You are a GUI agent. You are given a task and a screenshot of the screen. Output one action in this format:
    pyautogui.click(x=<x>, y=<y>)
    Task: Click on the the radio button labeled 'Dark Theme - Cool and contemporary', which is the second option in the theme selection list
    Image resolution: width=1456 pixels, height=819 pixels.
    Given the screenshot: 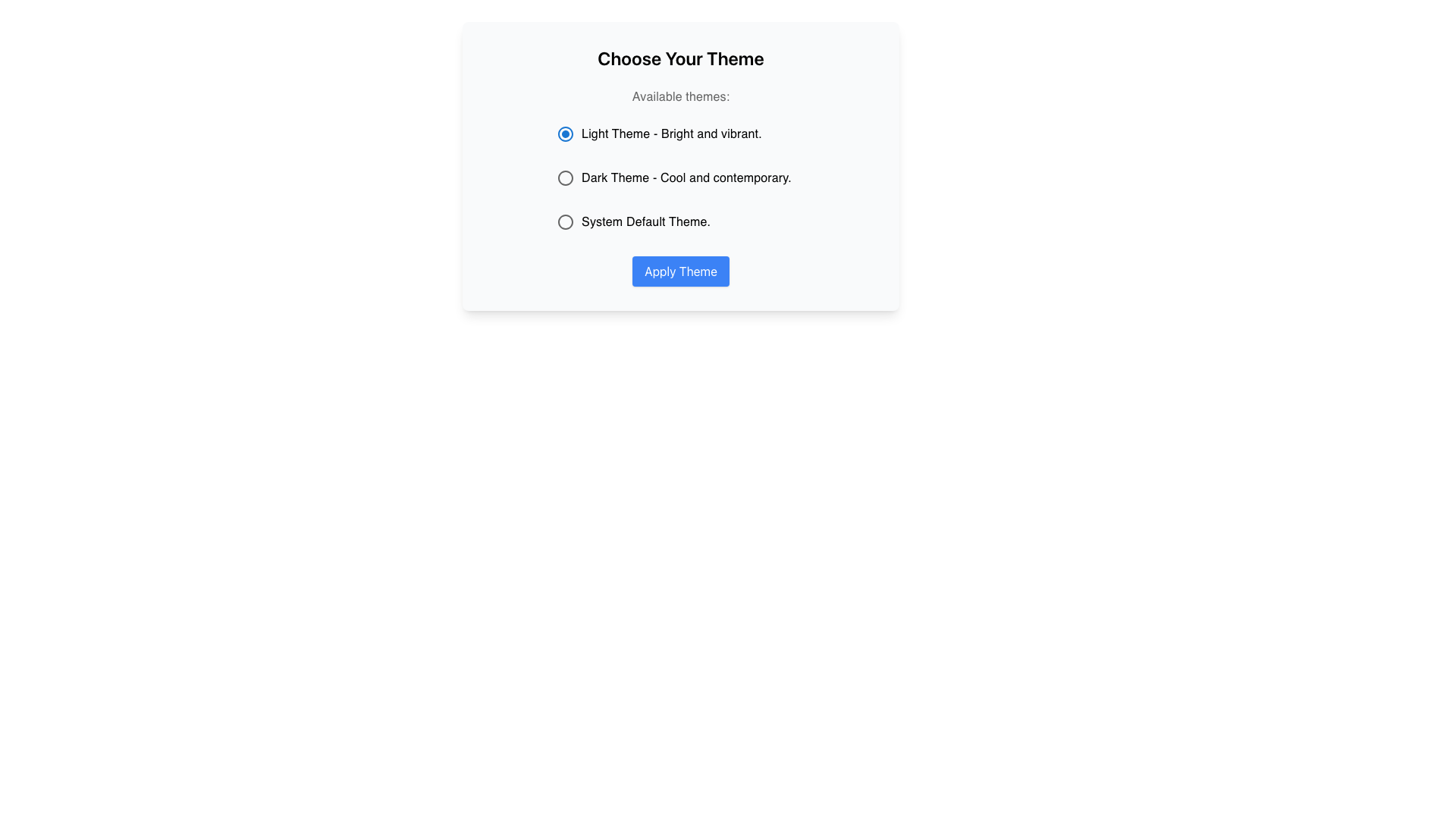 What is the action you would take?
    pyautogui.click(x=670, y=177)
    